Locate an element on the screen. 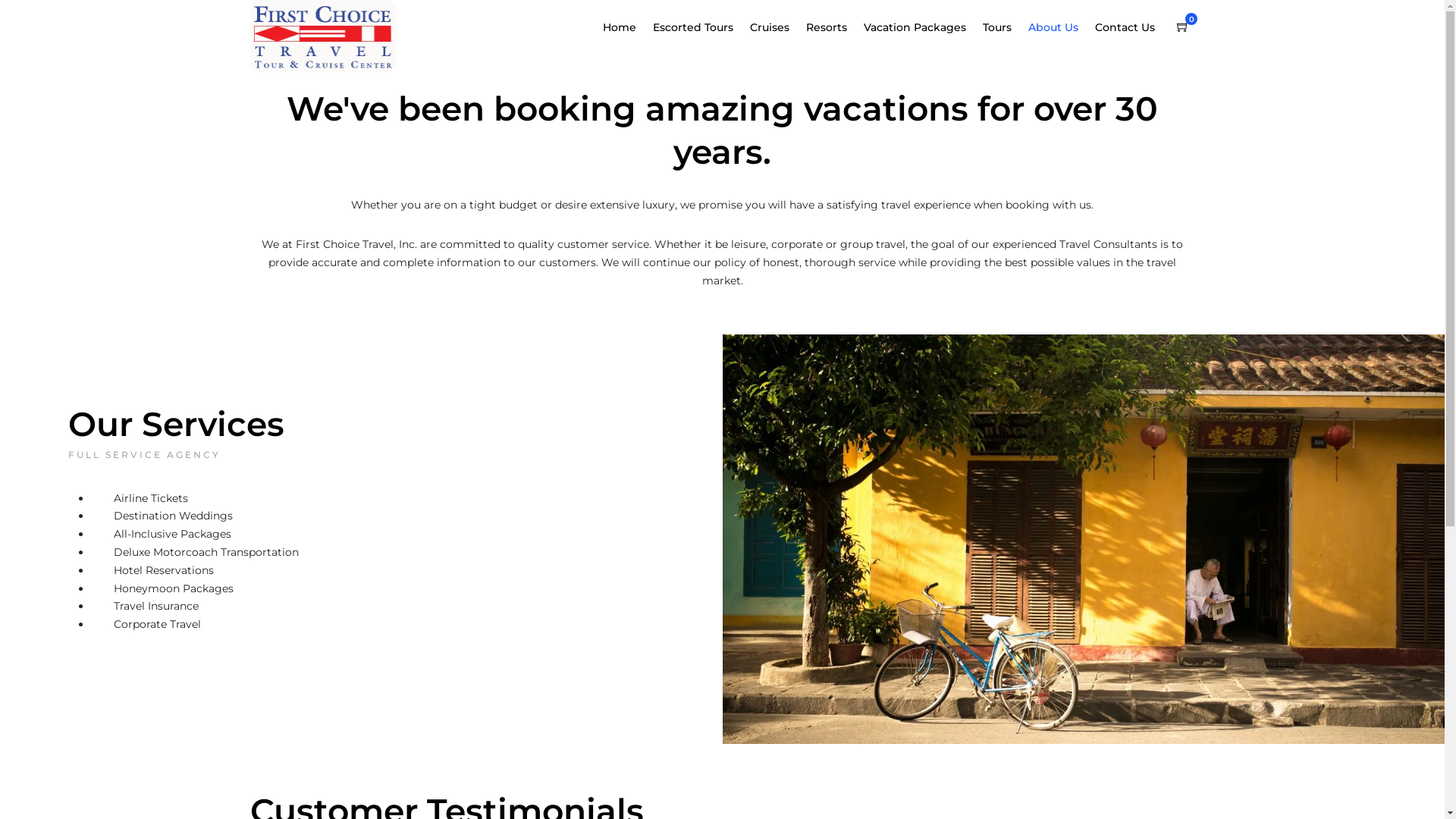  'Home' is located at coordinates (626, 28).